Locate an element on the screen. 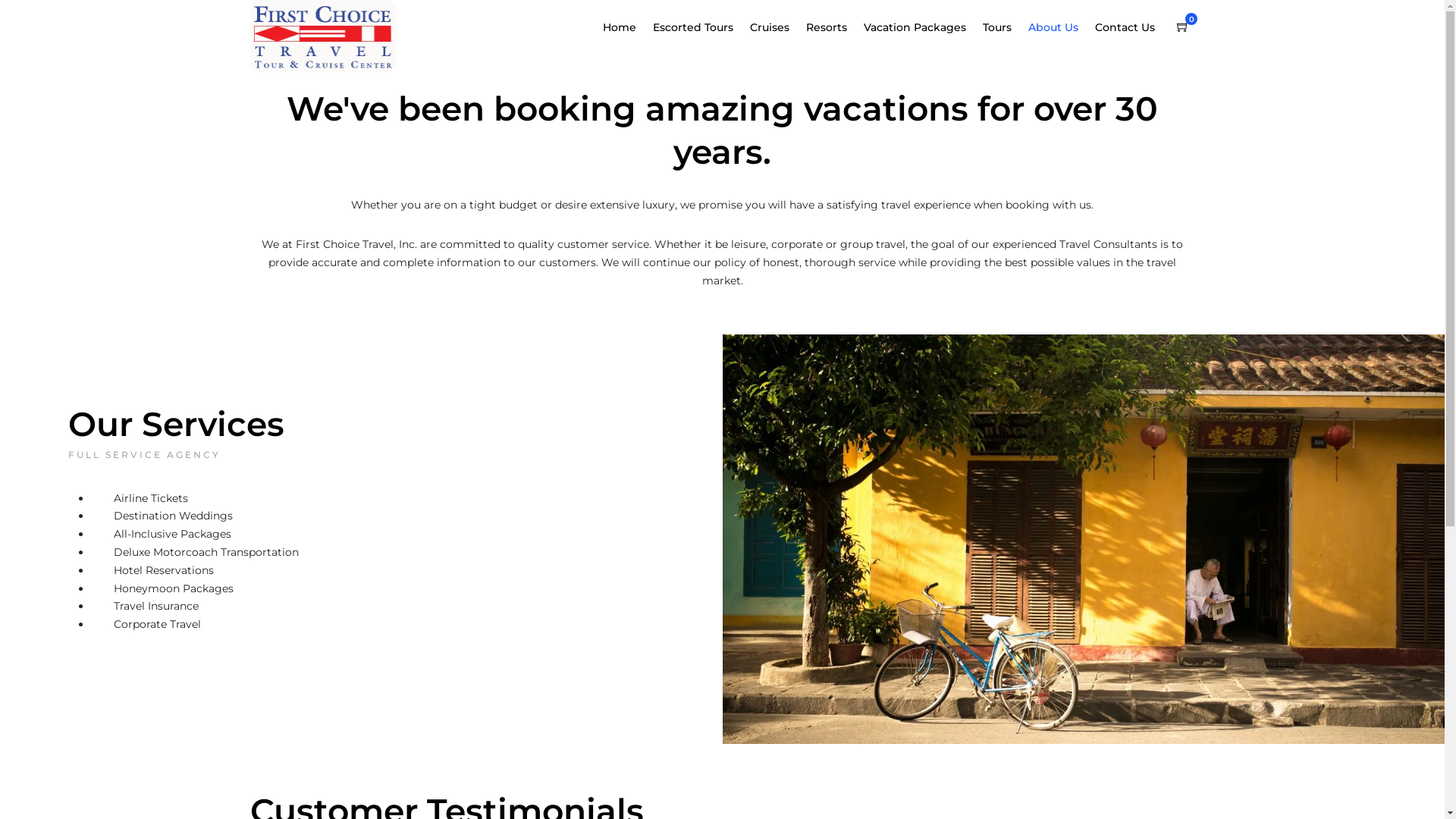  'Home' is located at coordinates (626, 28).